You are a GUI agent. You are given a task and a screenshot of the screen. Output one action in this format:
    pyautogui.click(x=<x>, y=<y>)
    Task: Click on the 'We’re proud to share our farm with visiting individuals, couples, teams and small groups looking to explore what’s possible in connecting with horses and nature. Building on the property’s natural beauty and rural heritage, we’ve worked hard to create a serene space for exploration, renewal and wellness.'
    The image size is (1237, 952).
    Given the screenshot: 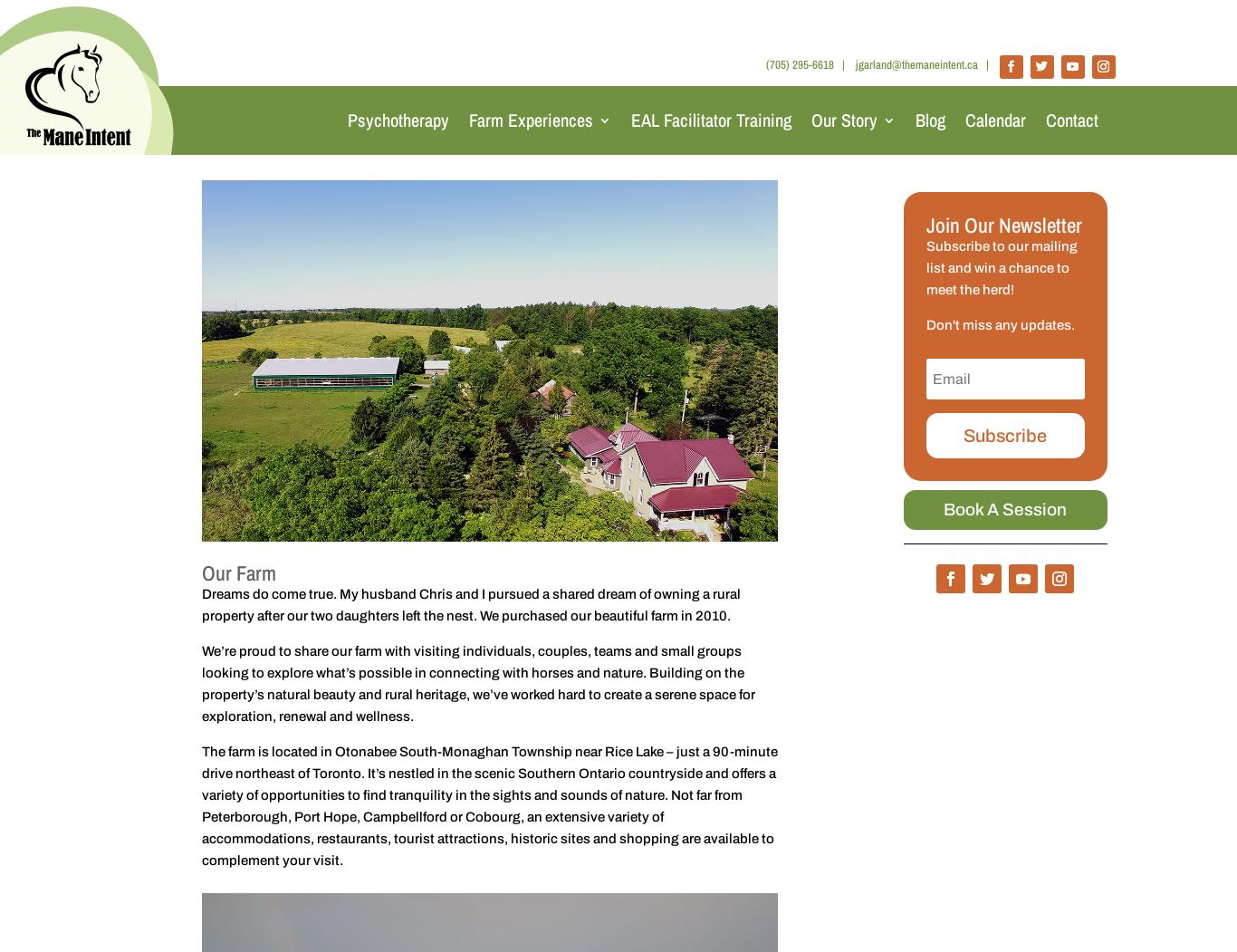 What is the action you would take?
    pyautogui.click(x=477, y=684)
    